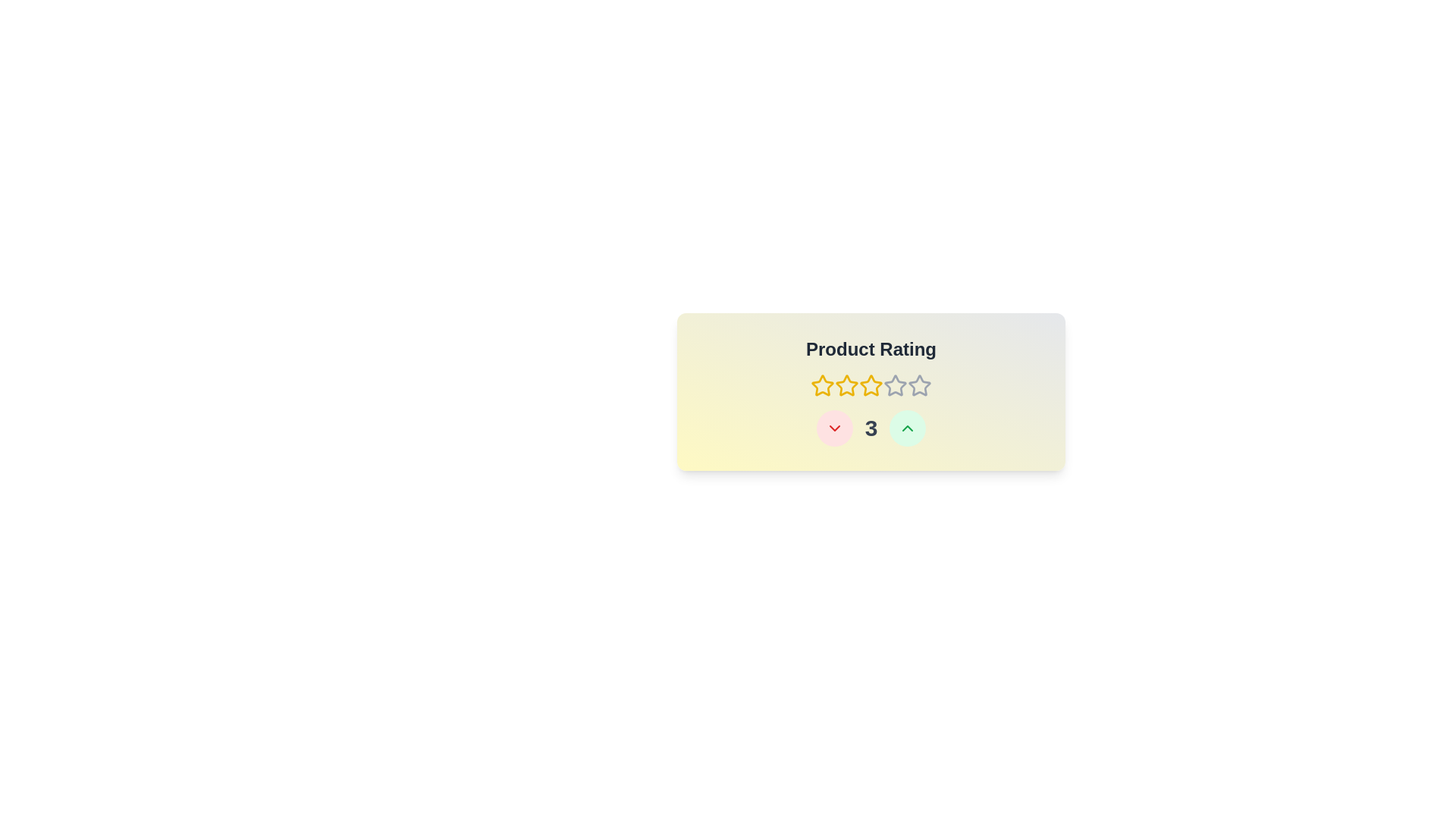 Image resolution: width=1456 pixels, height=819 pixels. What do you see at coordinates (871, 428) in the screenshot?
I see `the text display element showing the number '3', which is styled in large, bold, dark gray font and is positioned between a red downward-facing arrow button and a green upward-facing arrow button in the rating interface` at bounding box center [871, 428].